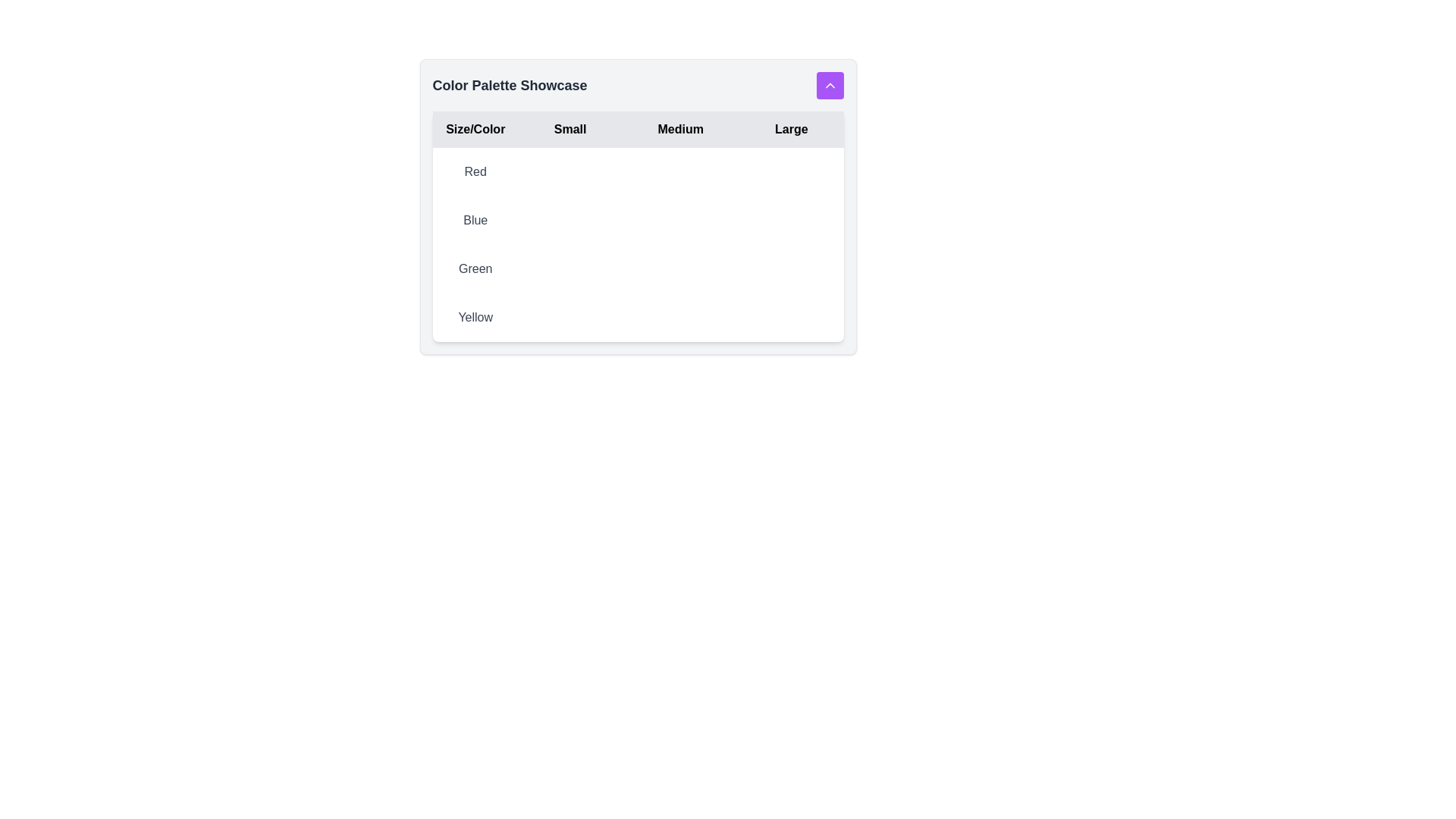 The height and width of the screenshot is (819, 1456). Describe the element at coordinates (790, 268) in the screenshot. I see `the button-like component associated with the 'Large' size variant for the 'Green' color located in the table layout` at that location.